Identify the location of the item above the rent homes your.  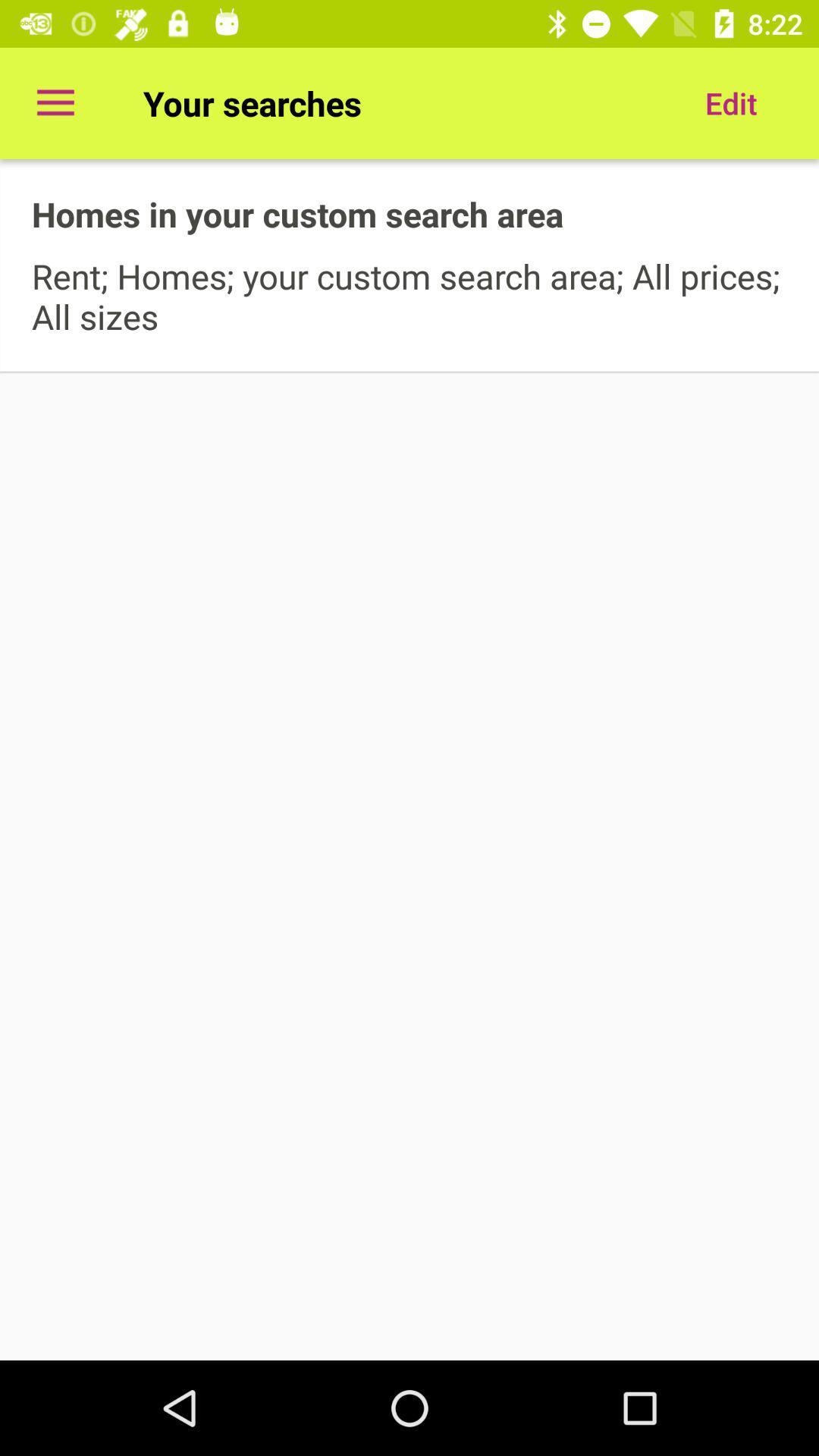
(730, 102).